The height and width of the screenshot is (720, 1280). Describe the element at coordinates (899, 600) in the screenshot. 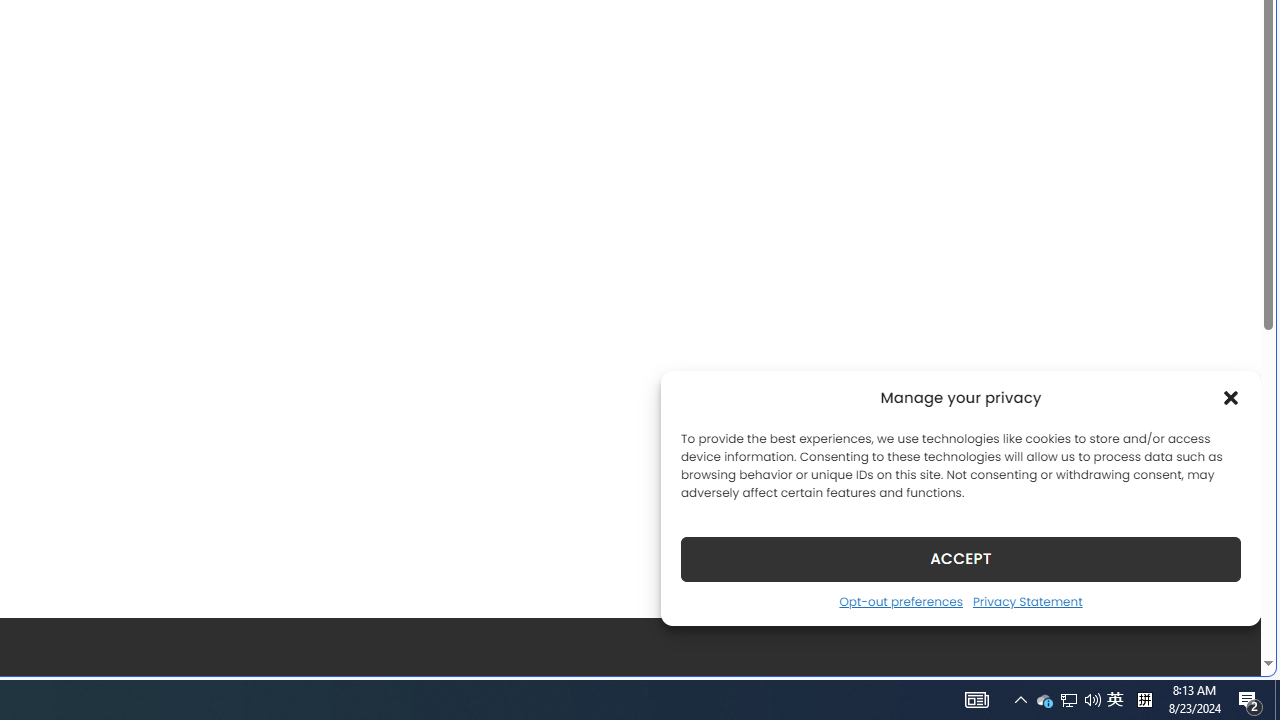

I see `'Opt-out preferences'` at that location.